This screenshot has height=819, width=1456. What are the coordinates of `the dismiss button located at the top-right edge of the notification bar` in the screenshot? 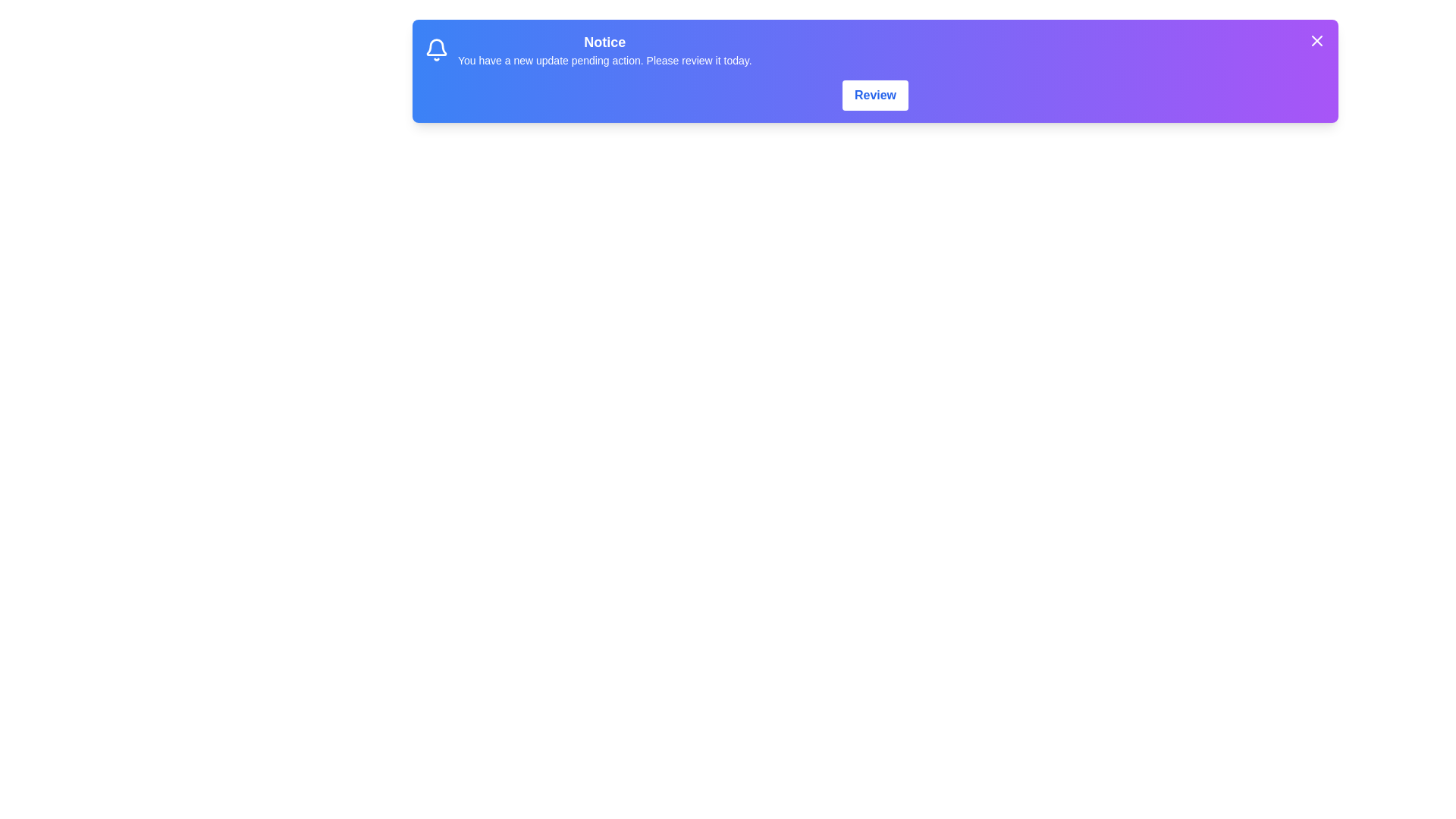 It's located at (1316, 40).